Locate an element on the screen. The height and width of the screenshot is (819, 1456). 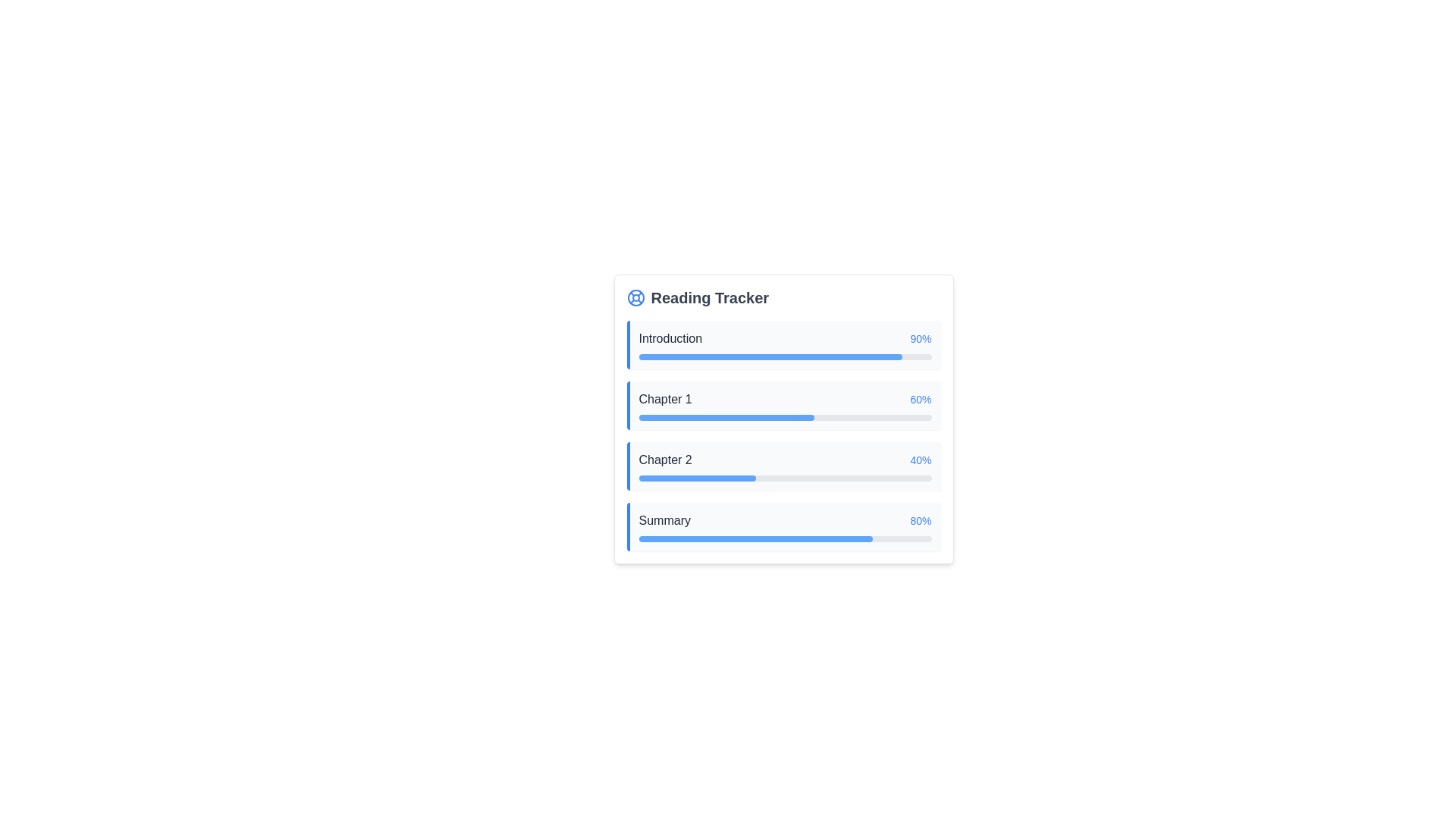
the text label displaying '60%' styled in blue color, located to the right of the progress bar in the second row under 'Chapter 1' is located at coordinates (920, 399).